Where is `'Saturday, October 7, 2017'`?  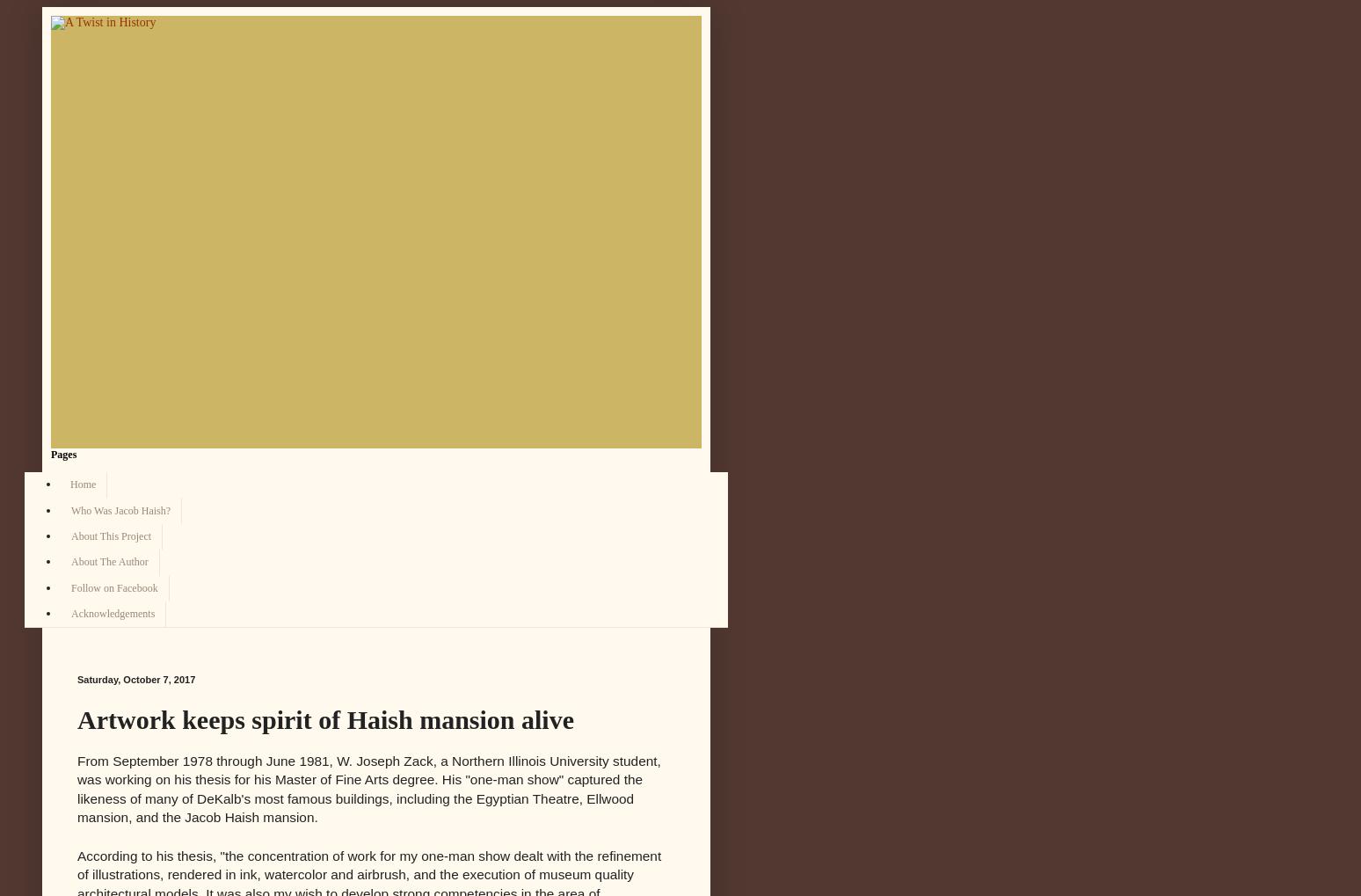
'Saturday, October 7, 2017' is located at coordinates (135, 679).